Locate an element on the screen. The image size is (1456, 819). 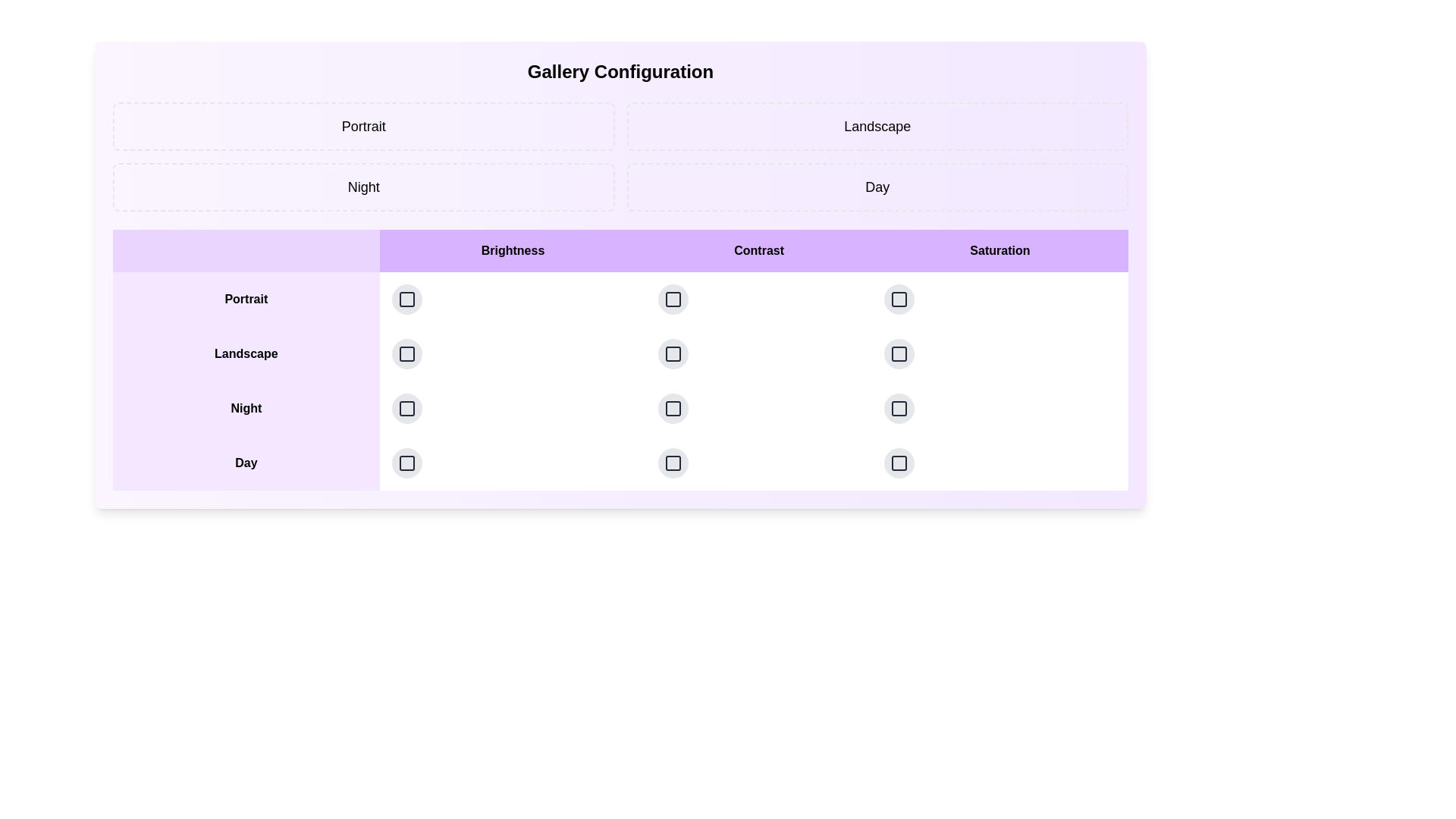
the toggle button located in the bottom row of the table under the 'Brightness' column and the 'Day' row is located at coordinates (406, 462).